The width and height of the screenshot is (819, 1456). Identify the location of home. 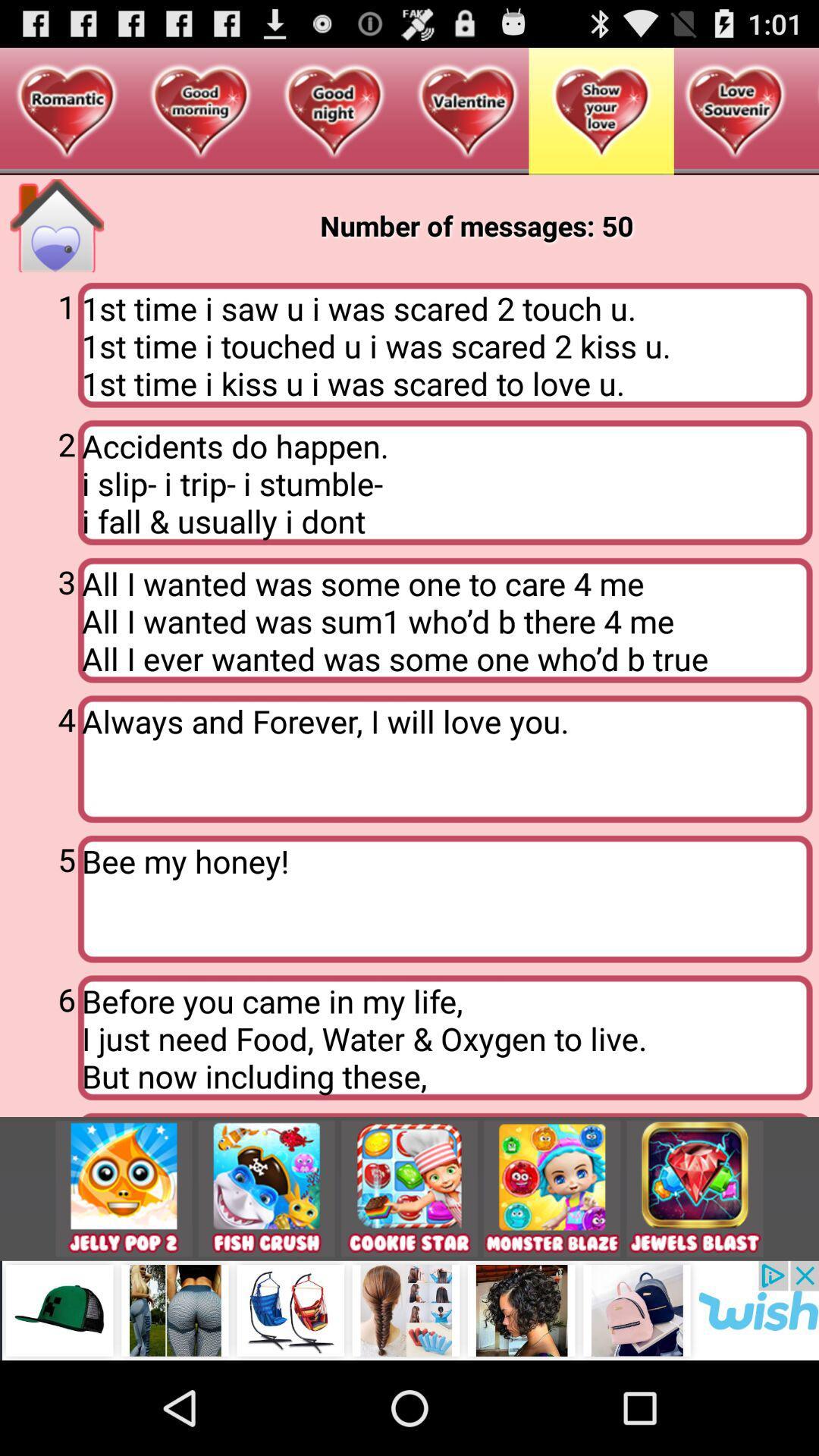
(56, 224).